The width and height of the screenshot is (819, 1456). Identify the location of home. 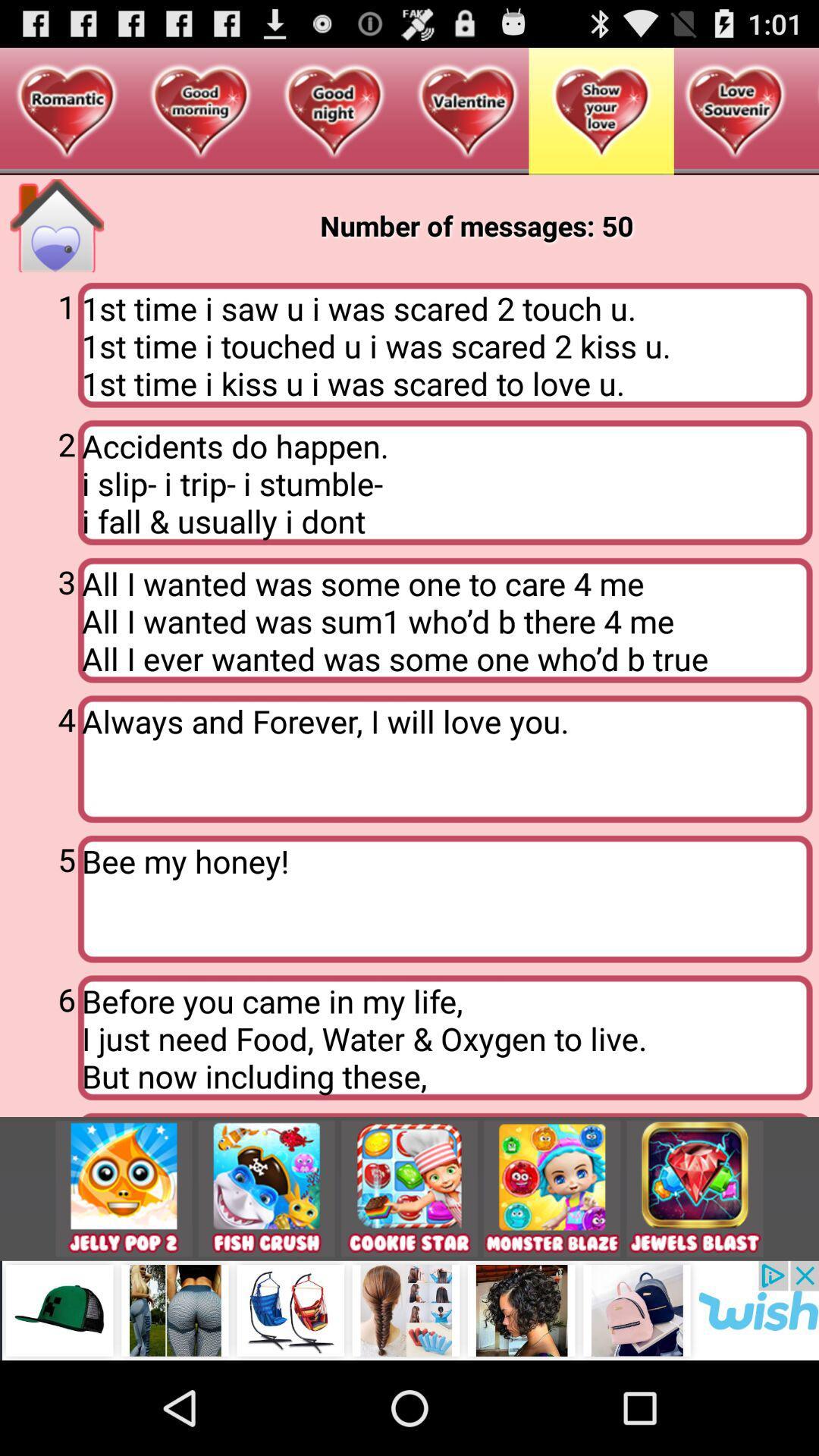
(56, 224).